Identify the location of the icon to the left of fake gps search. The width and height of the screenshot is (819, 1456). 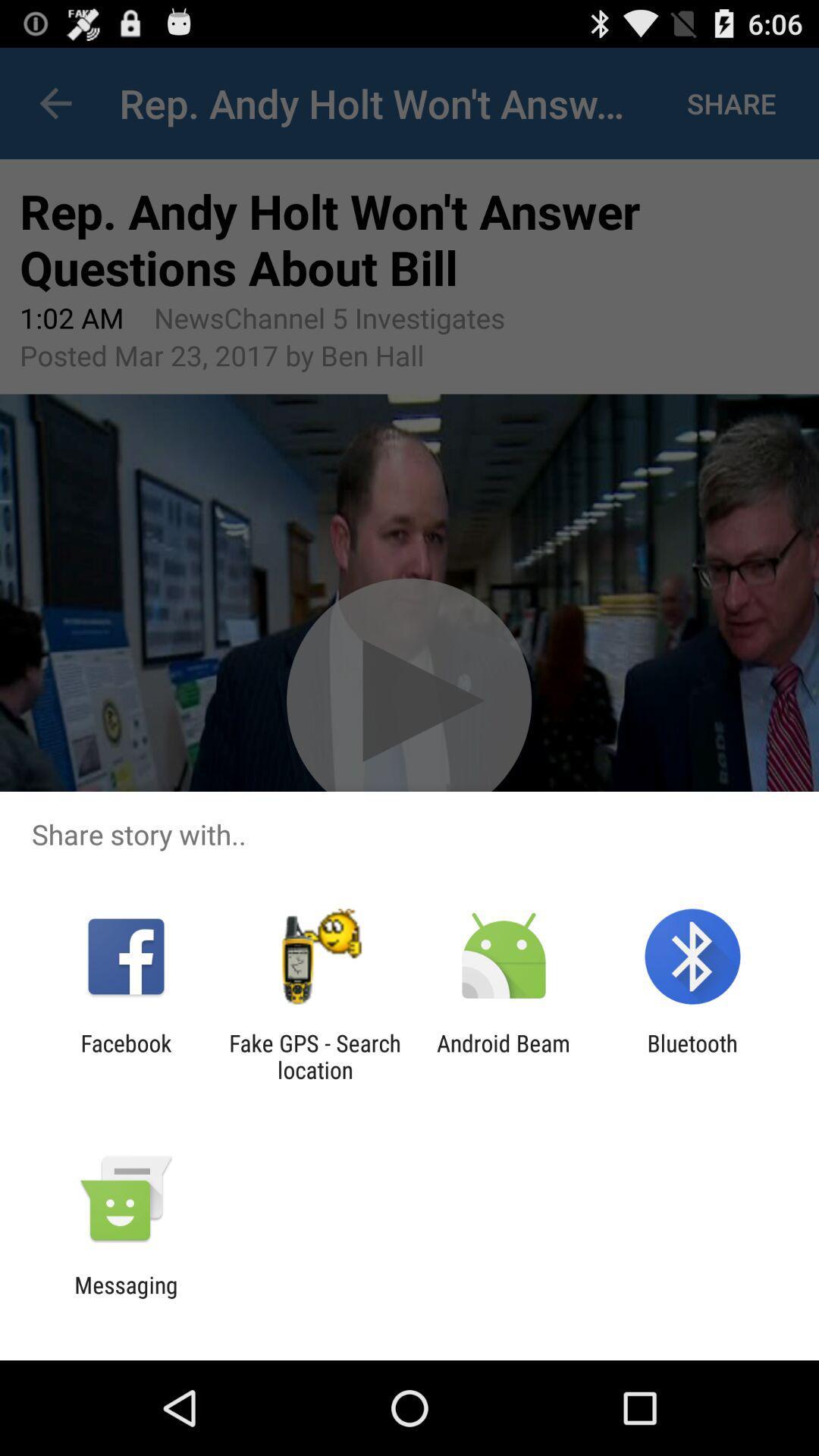
(125, 1056).